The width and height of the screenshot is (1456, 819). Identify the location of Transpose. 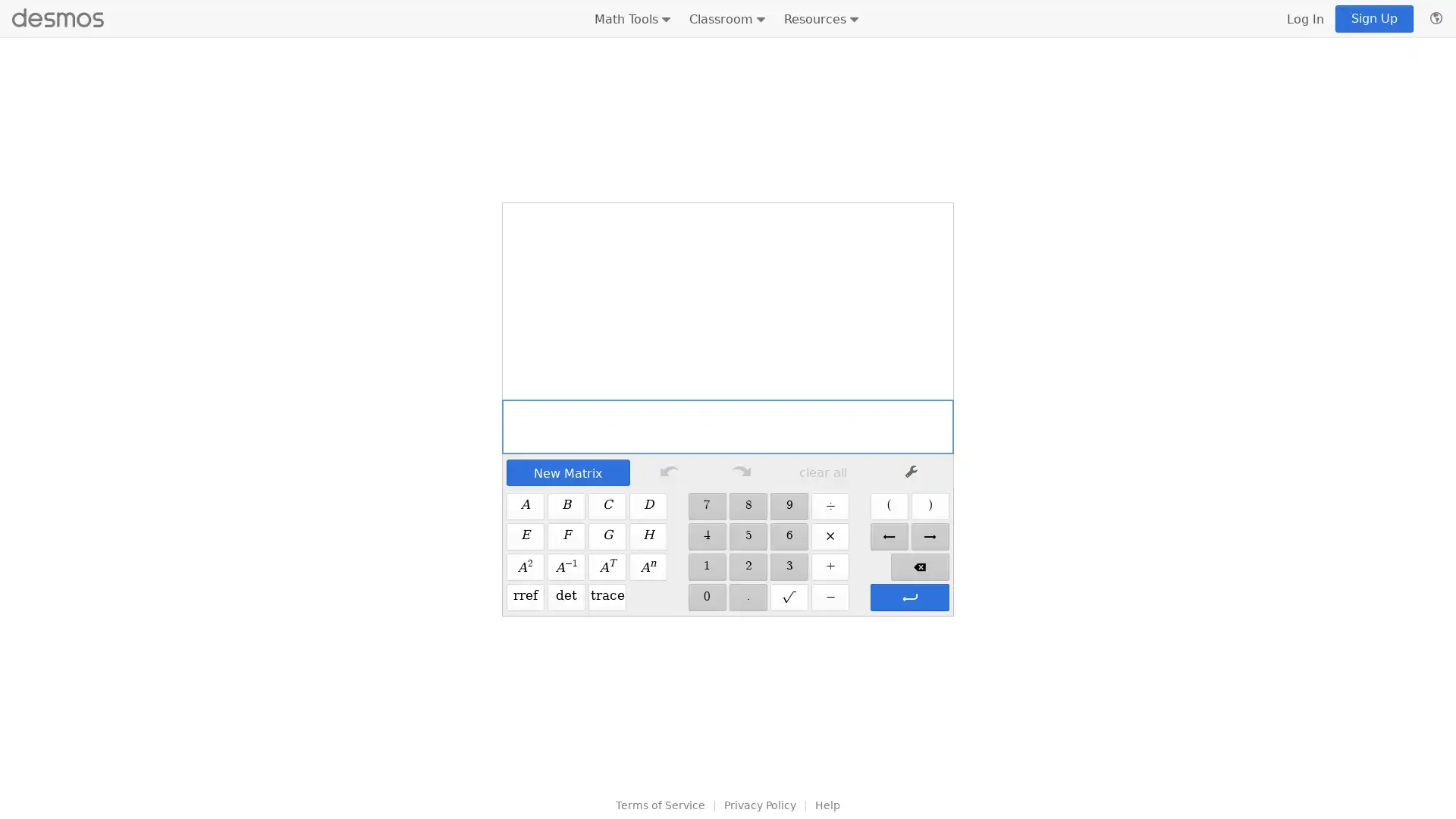
(607, 567).